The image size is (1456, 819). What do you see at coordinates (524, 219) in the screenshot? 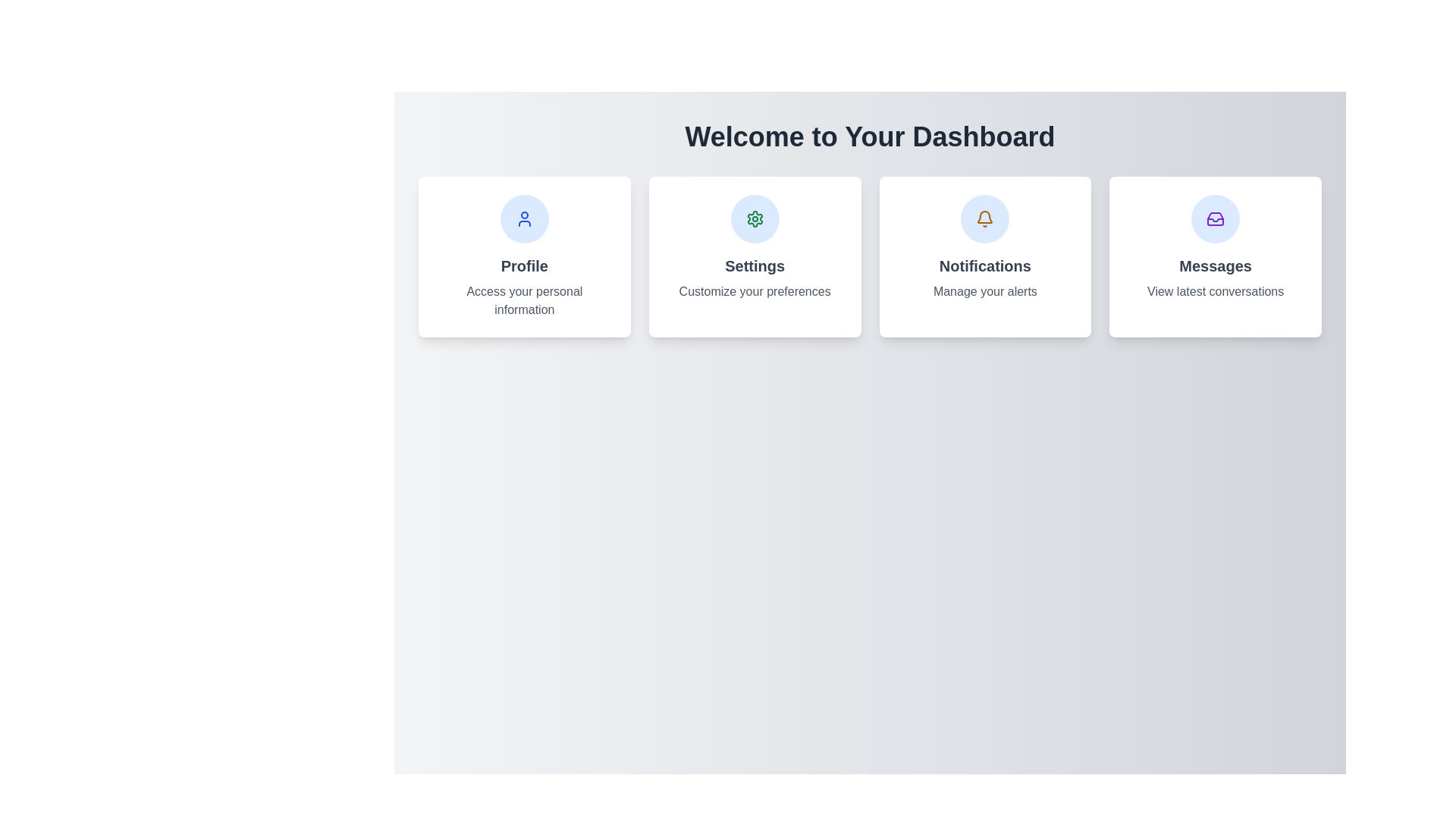
I see `the rounded circular icon with a blue background and a user profile icon in a darker blue color, which is located at the top center of the 'Profile' card in the dashboard` at bounding box center [524, 219].